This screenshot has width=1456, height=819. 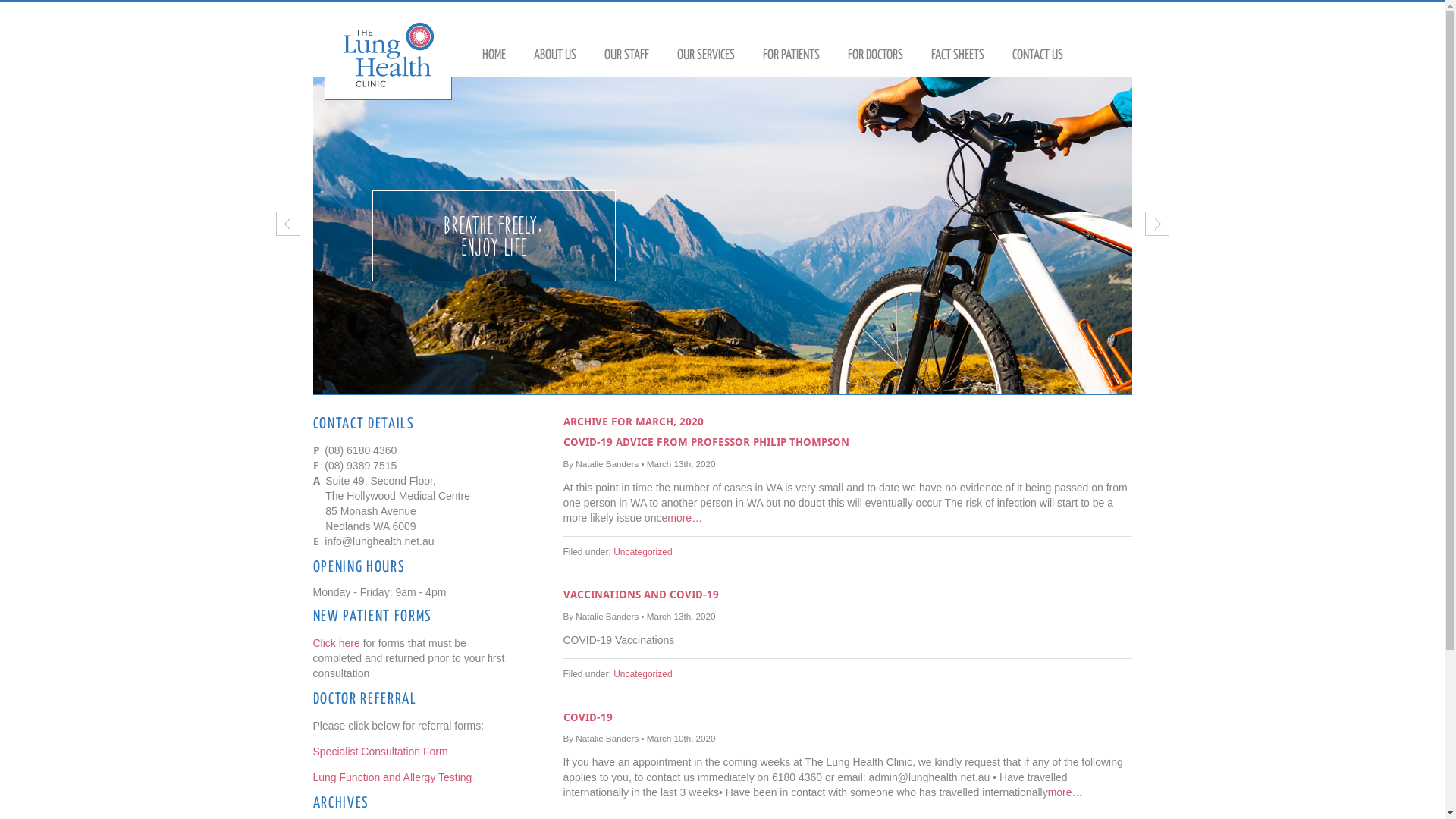 What do you see at coordinates (790, 55) in the screenshot?
I see `'FOR PATIENTS'` at bounding box center [790, 55].